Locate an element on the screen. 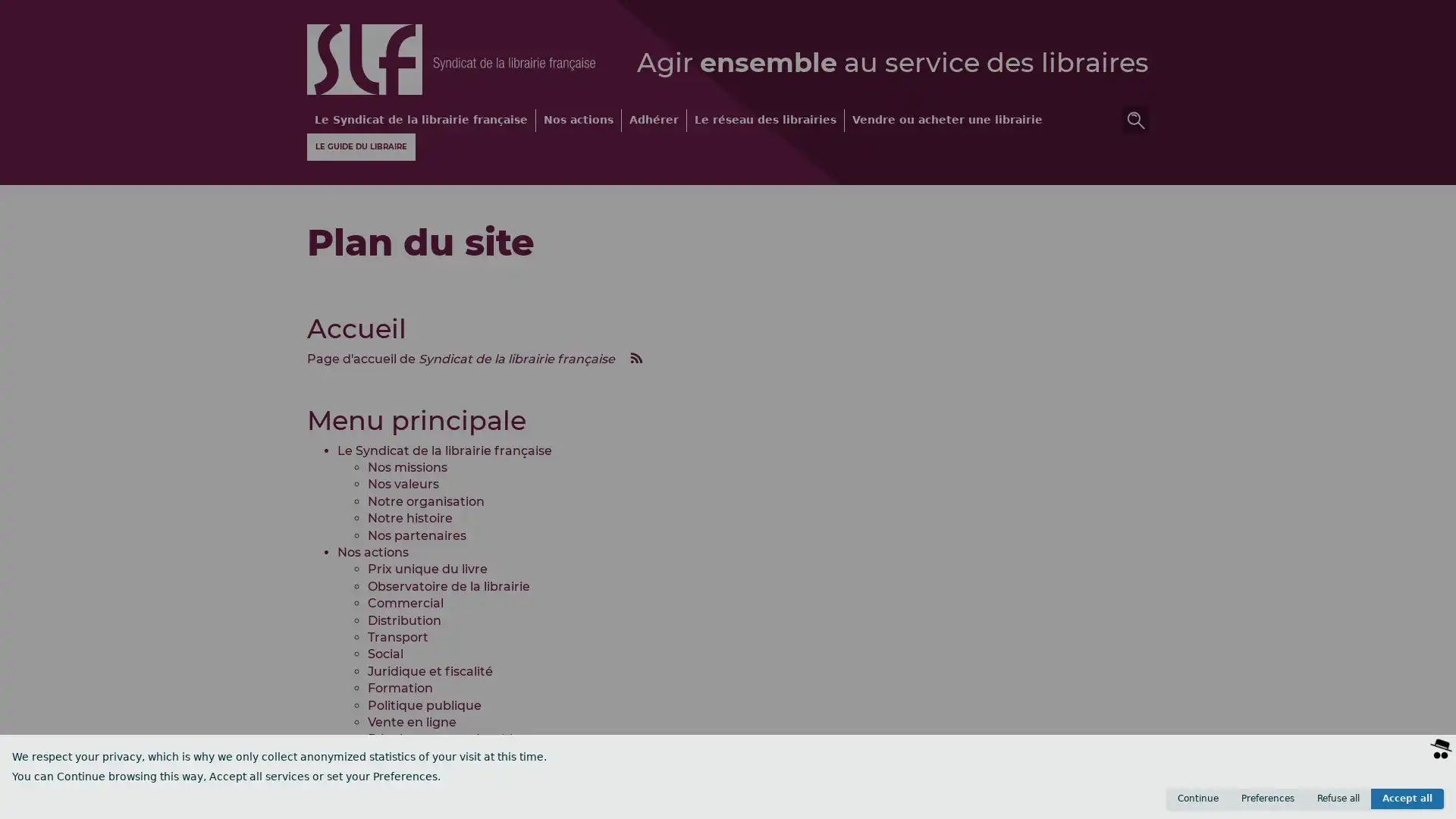  Anonymous is located at coordinates (1297, 803).